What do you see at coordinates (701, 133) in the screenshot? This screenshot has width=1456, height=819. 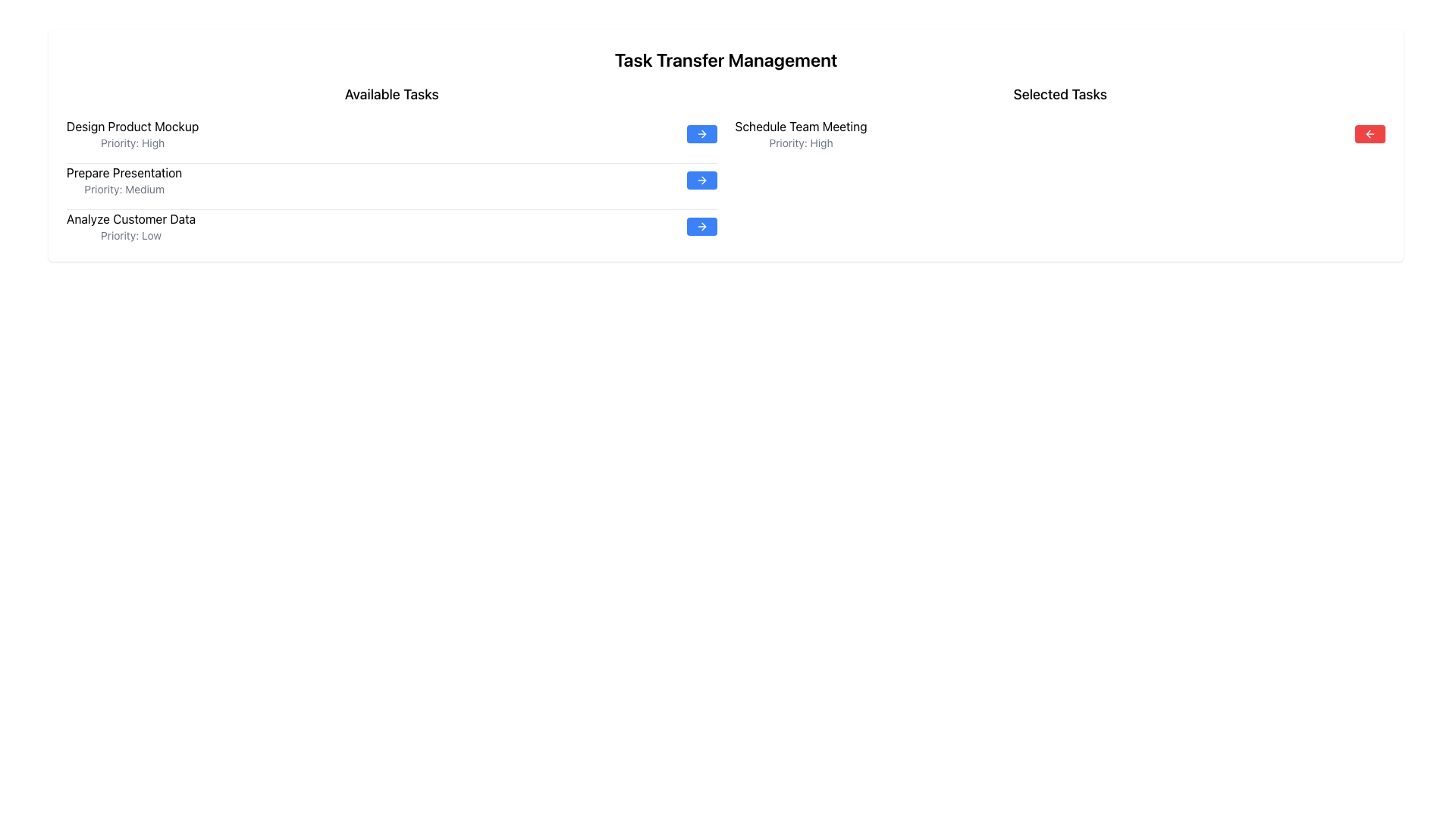 I see `the transfer button located in the 'Available Tasks' section under the 'Design Product Mockup' row to observe any hover effects` at bounding box center [701, 133].